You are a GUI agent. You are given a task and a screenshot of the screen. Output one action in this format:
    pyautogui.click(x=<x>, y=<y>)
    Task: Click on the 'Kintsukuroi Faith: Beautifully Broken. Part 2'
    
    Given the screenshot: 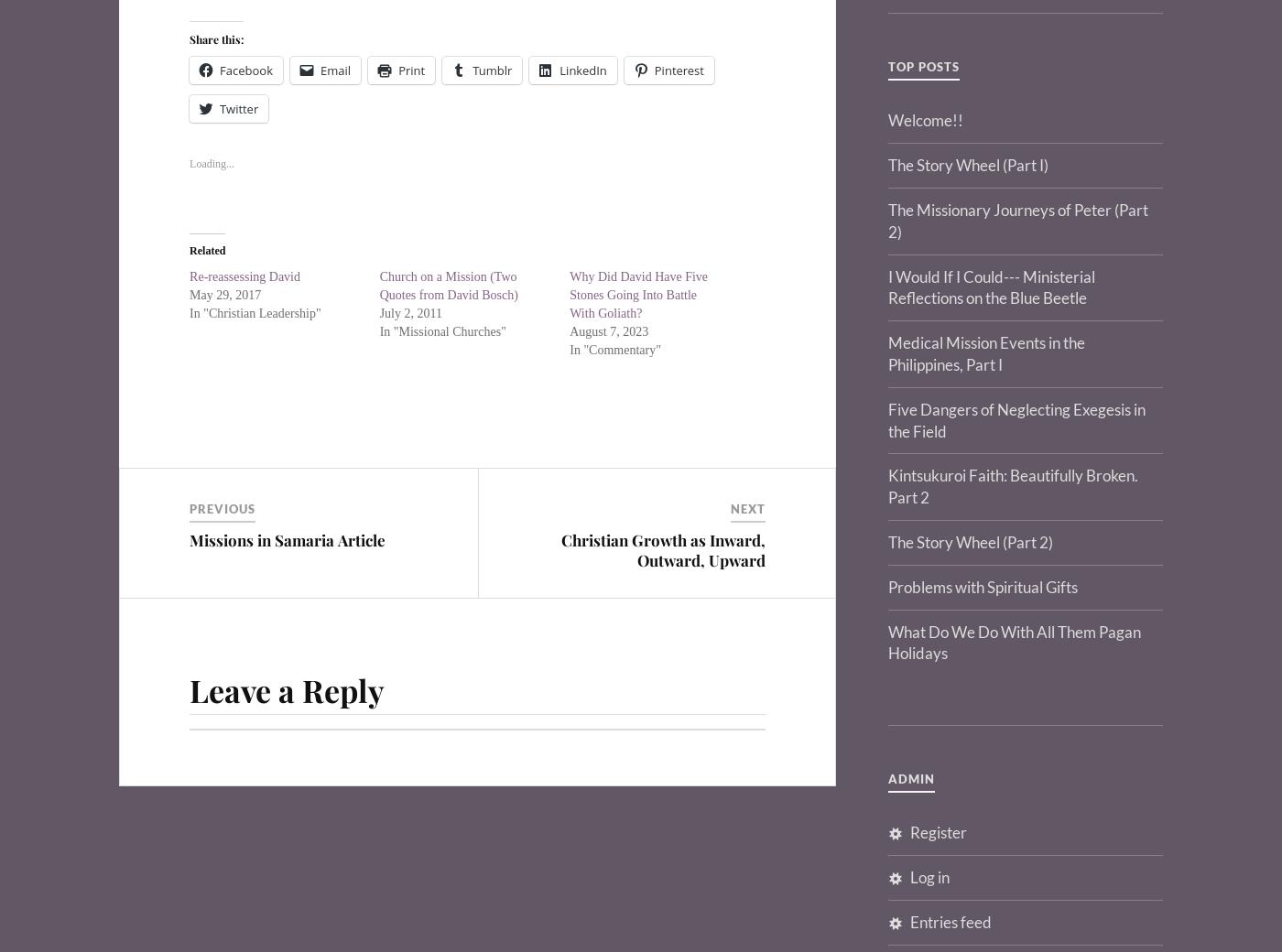 What is the action you would take?
    pyautogui.click(x=1013, y=485)
    